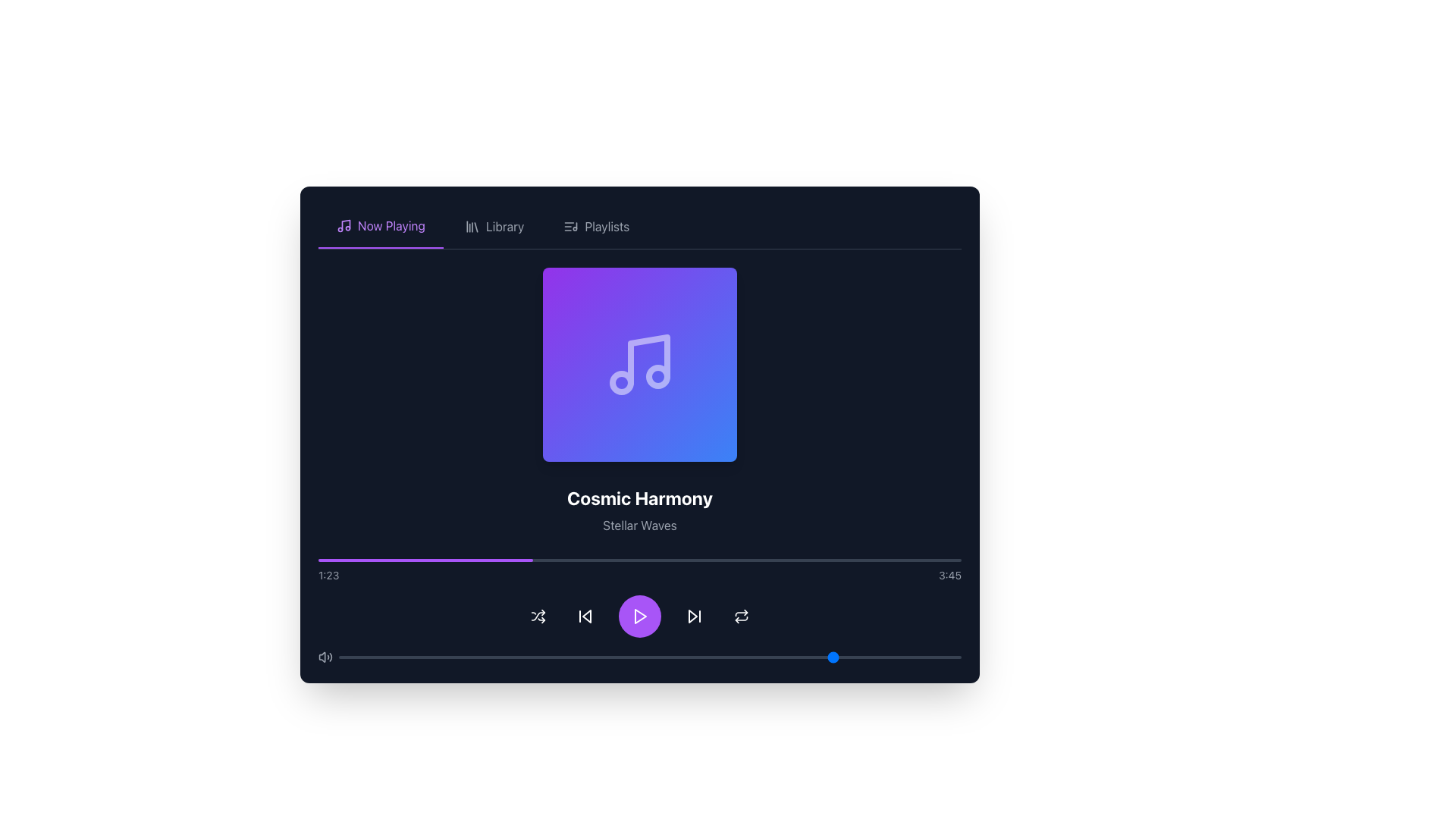 This screenshot has width=1456, height=819. Describe the element at coordinates (376, 657) in the screenshot. I see `the slider` at that location.